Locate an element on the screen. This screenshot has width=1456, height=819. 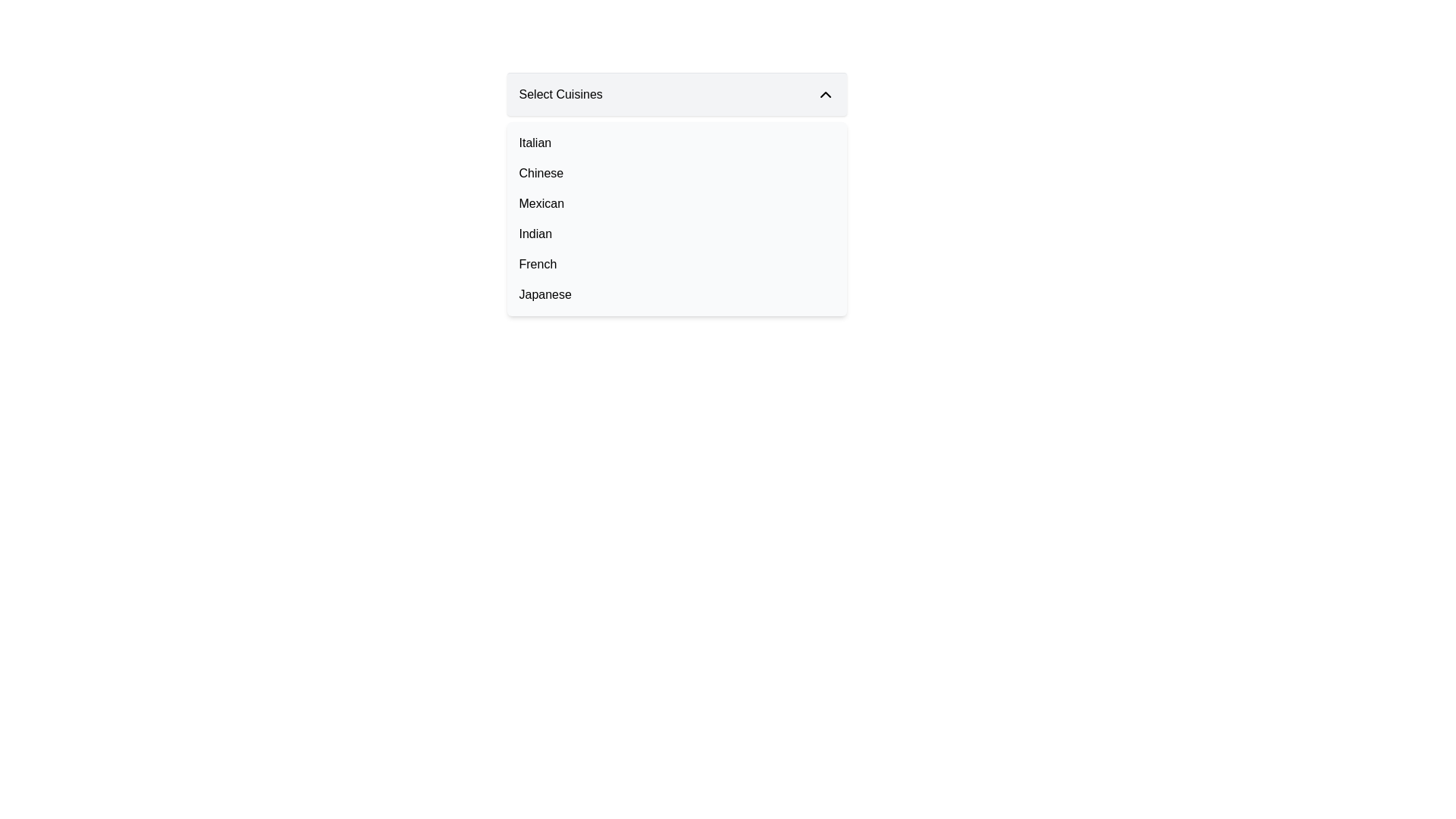
to select the 'French' option from the fifth item in the dropdown menu, which is located directly below the 'Indian' item and above the 'Japanese' item is located at coordinates (676, 263).